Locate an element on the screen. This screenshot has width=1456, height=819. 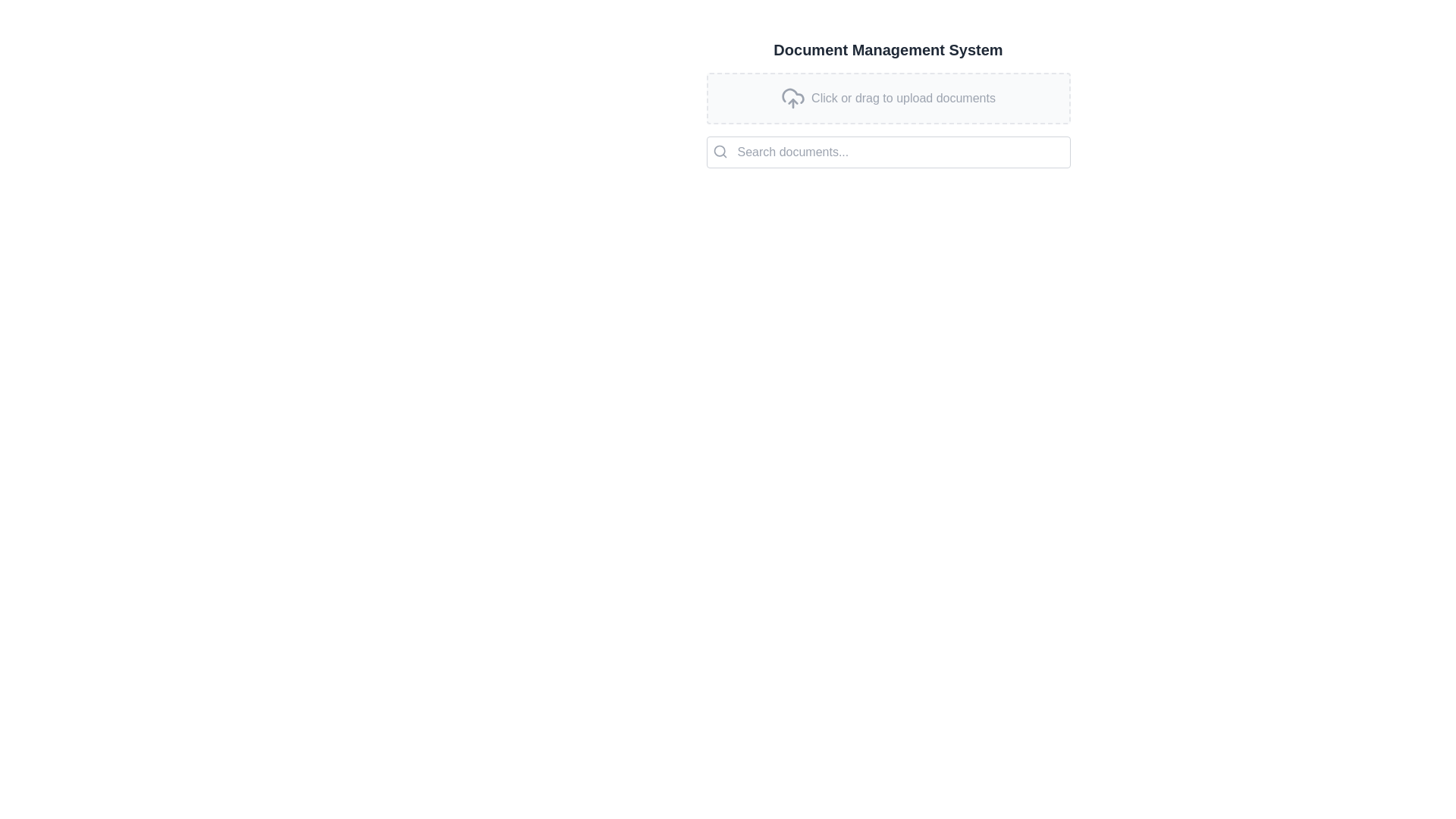
upload icon that symbolizes the file upload functionality, located slightly left of the 'Click or drag to upload documents' label and centered vertically within the area is located at coordinates (792, 99).